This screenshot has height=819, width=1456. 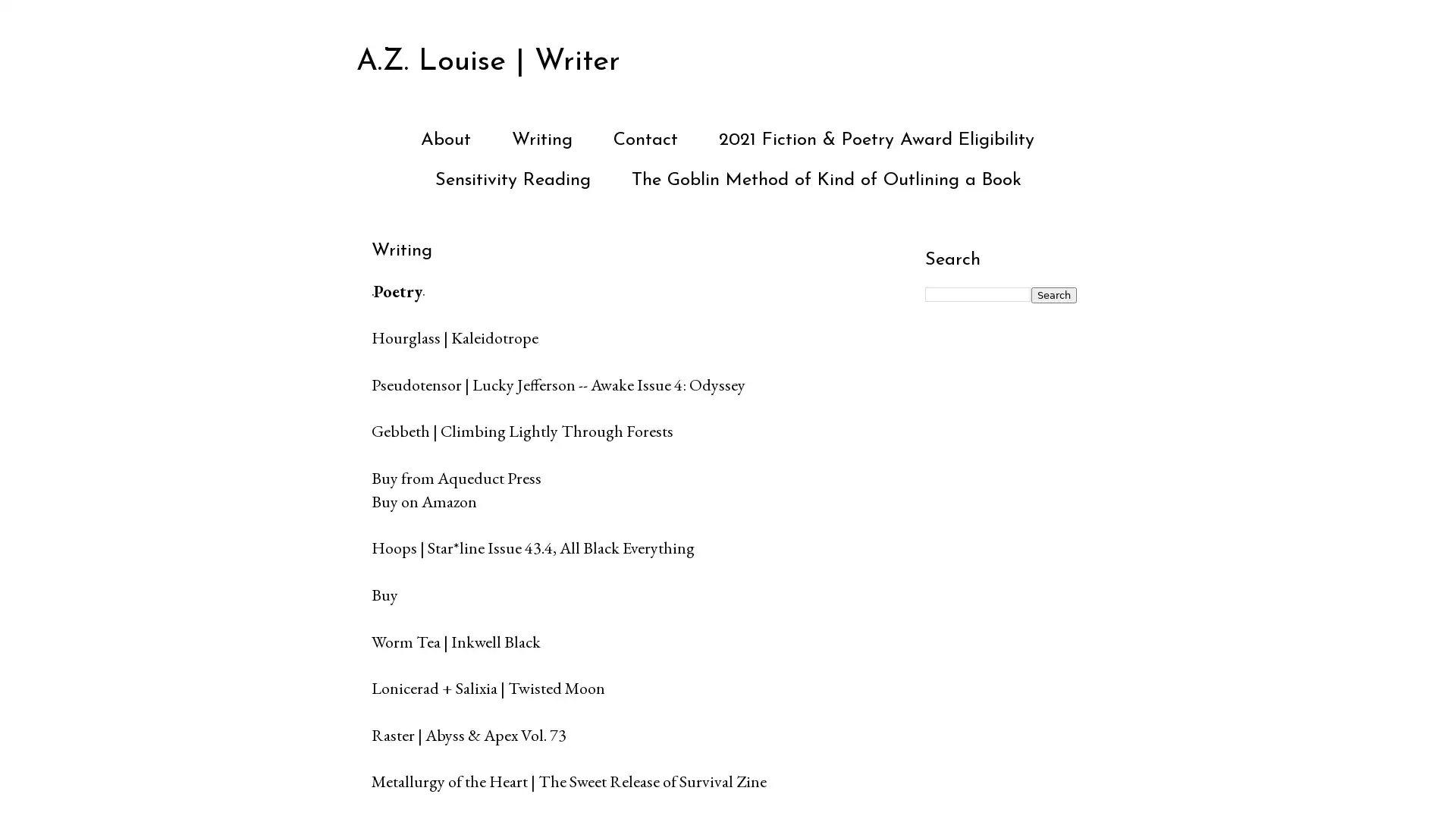 What do you see at coordinates (1053, 294) in the screenshot?
I see `Search` at bounding box center [1053, 294].